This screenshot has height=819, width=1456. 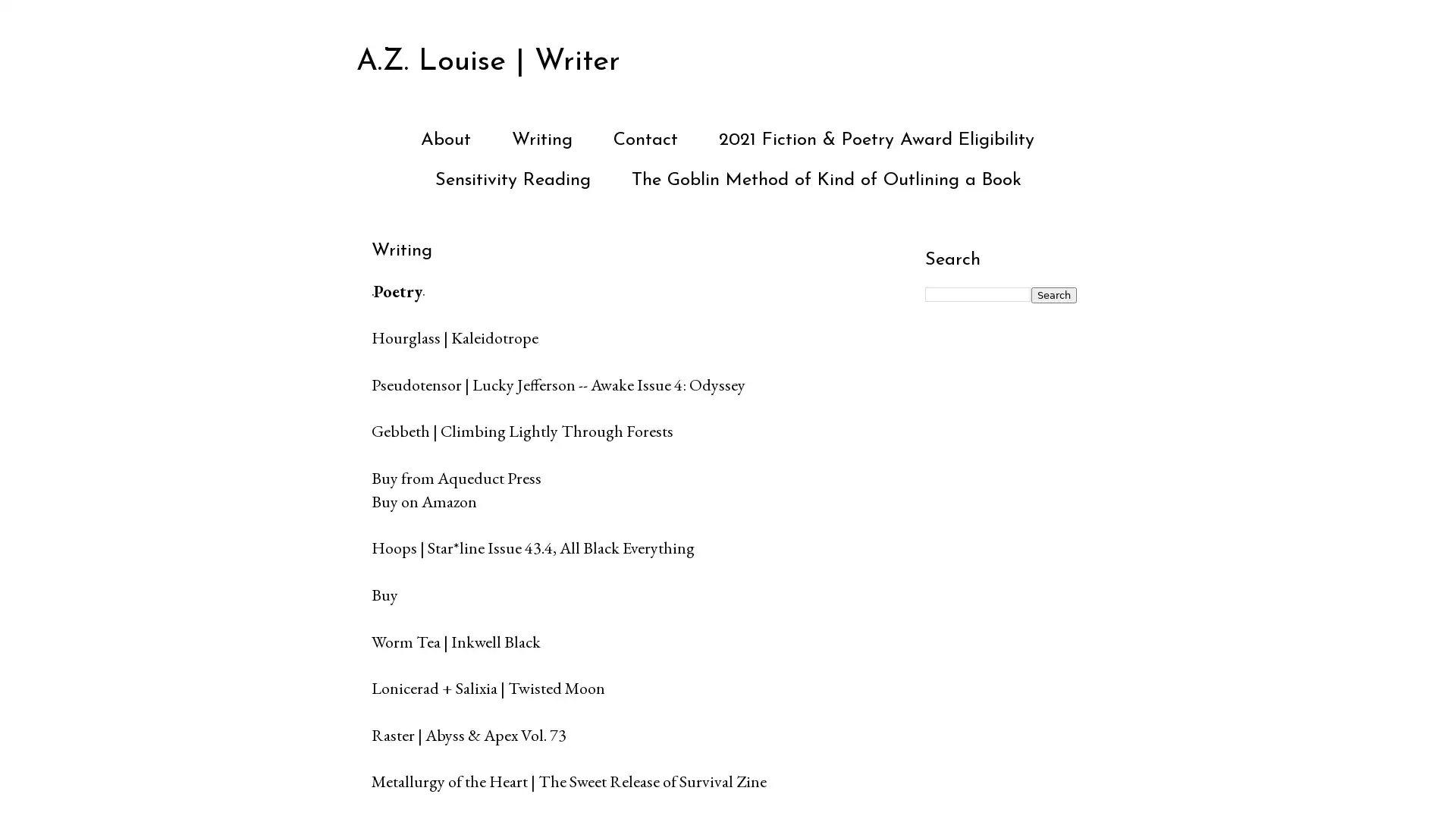 What do you see at coordinates (1053, 294) in the screenshot?
I see `Search` at bounding box center [1053, 294].